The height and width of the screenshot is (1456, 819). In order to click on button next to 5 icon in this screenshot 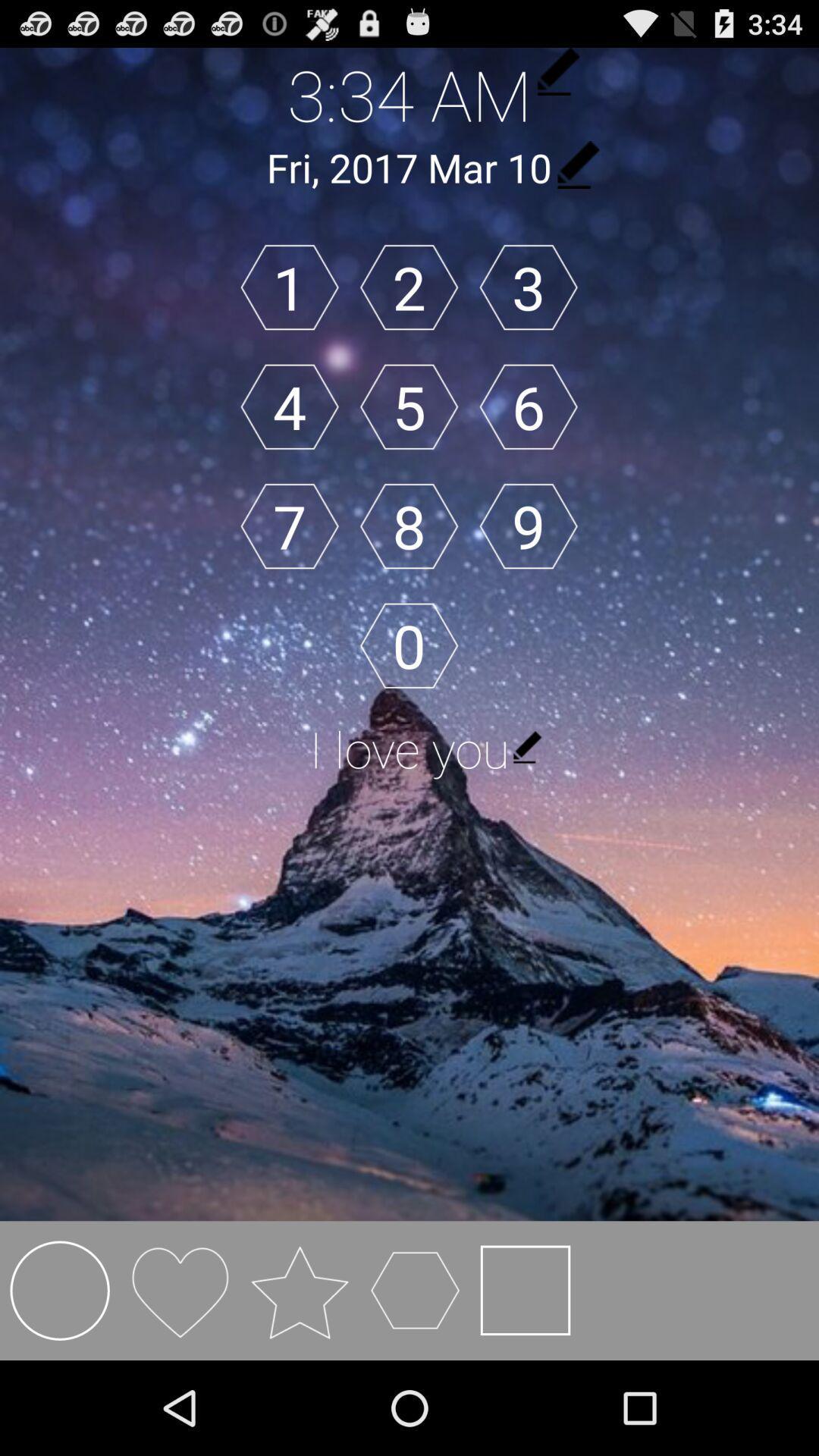, I will do `click(528, 406)`.